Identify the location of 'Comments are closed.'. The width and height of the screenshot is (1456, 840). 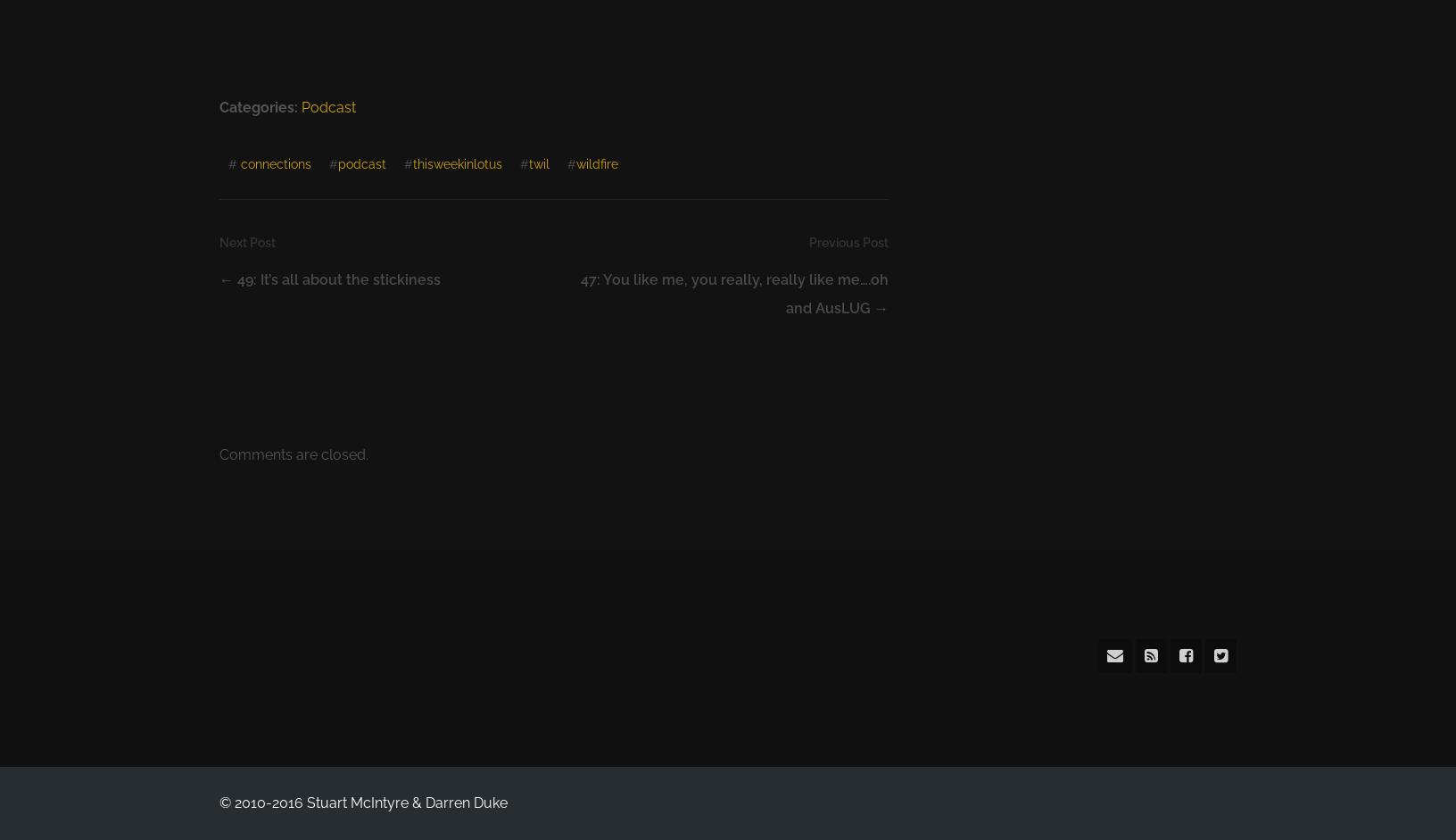
(218, 453).